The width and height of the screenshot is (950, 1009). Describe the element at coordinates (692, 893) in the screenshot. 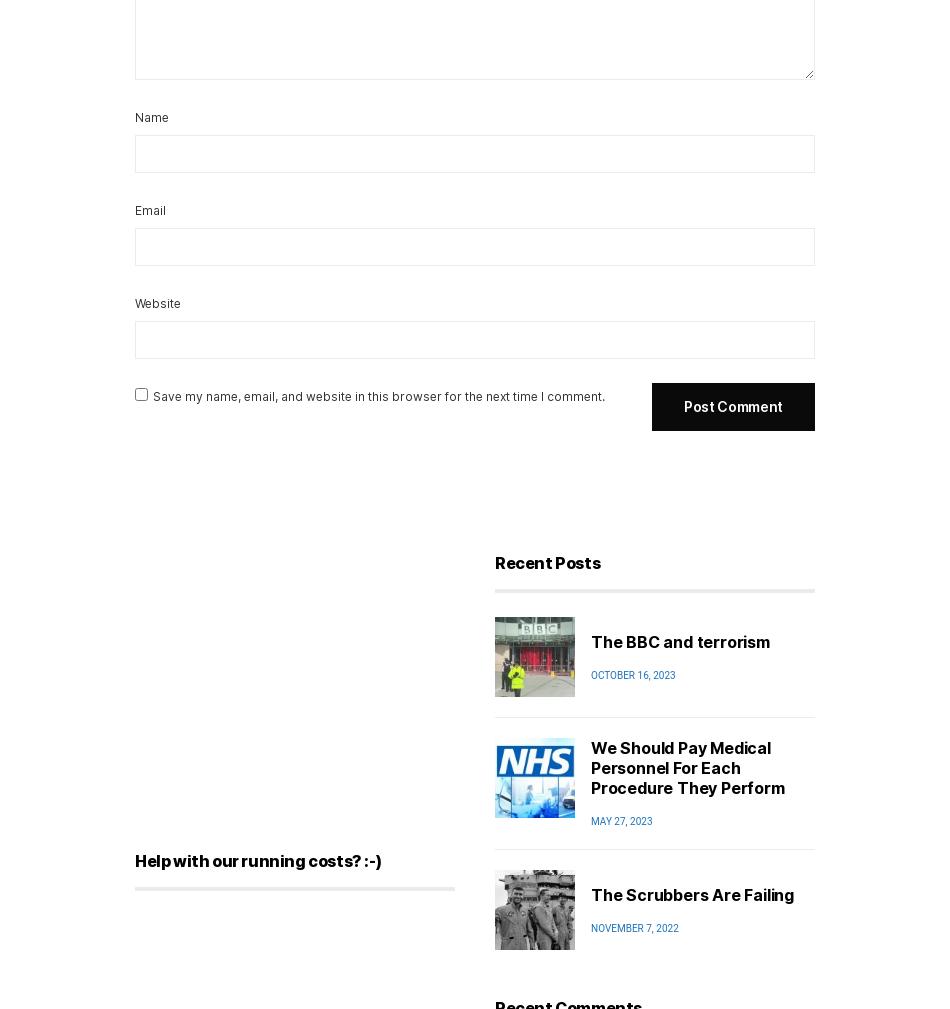

I see `'The Scrubbers Are Failing'` at that location.